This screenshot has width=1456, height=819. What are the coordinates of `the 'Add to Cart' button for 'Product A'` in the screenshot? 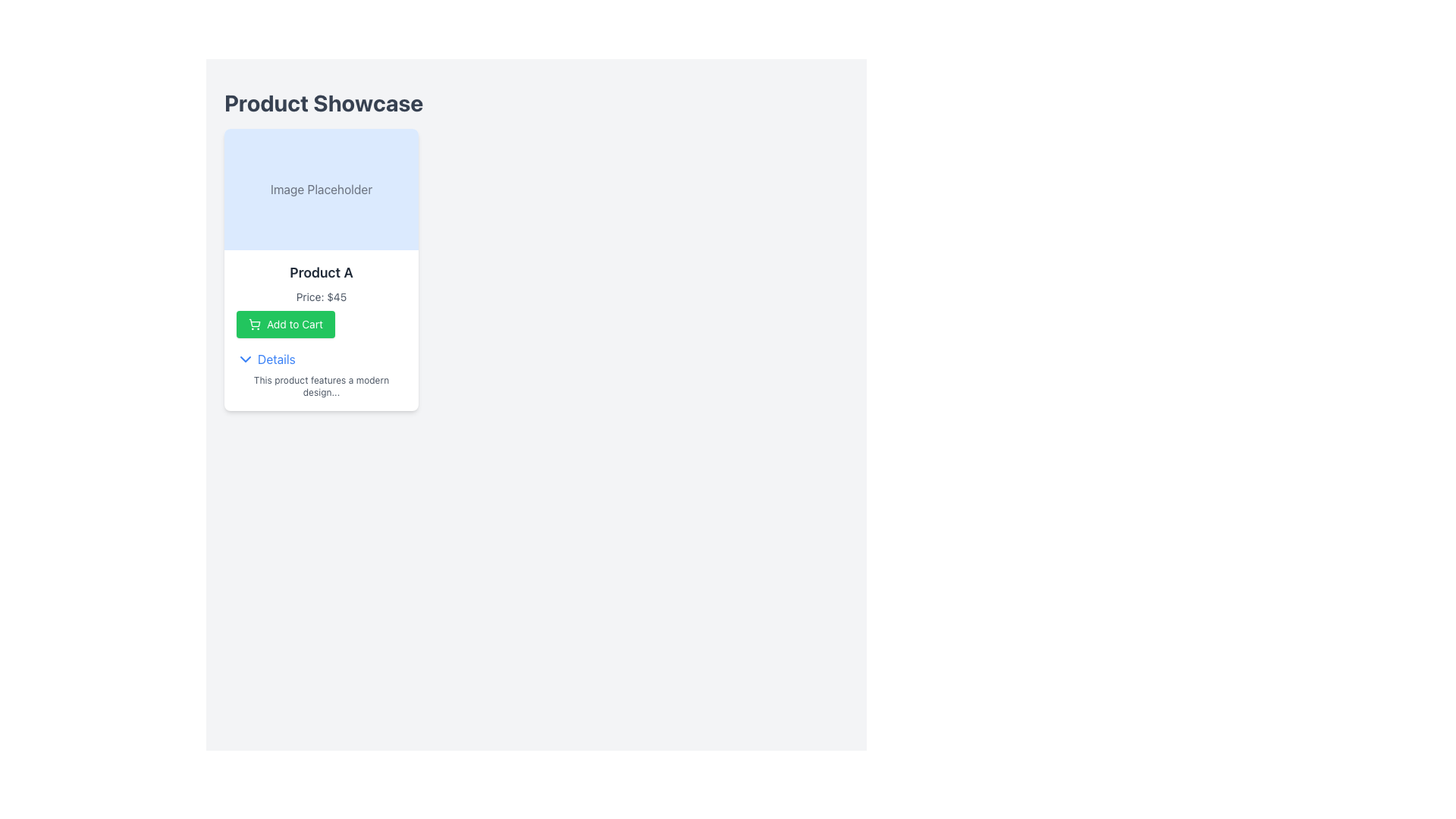 It's located at (286, 324).